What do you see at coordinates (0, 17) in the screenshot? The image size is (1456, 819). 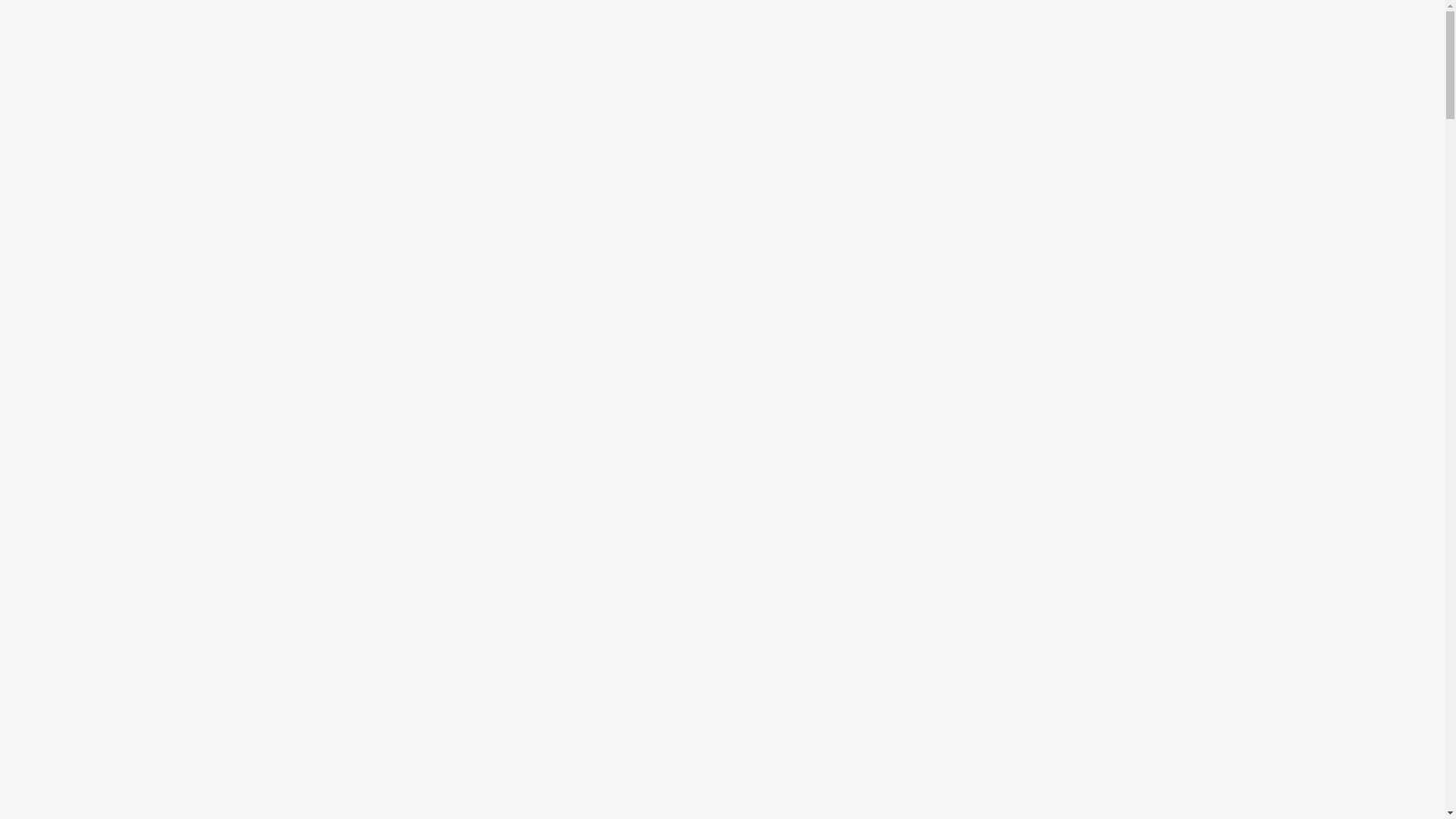 I see `'Suche'` at bounding box center [0, 17].